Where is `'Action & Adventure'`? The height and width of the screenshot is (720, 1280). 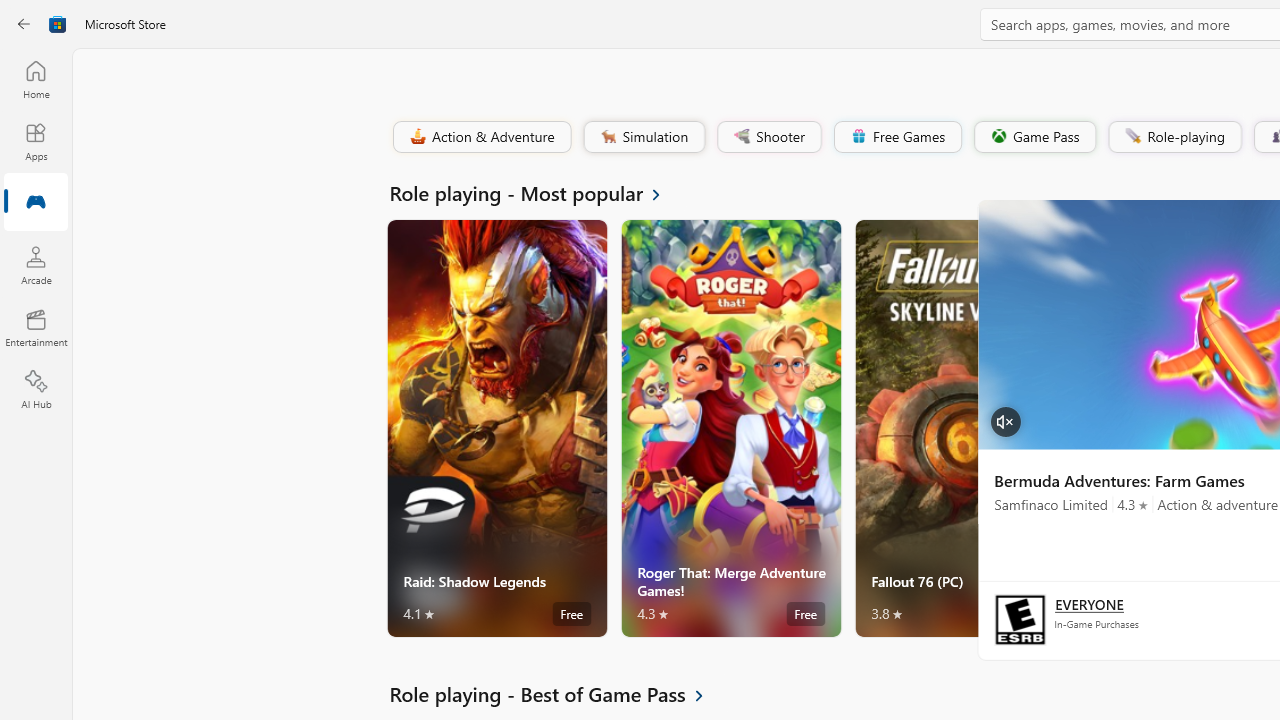
'Action & Adventure' is located at coordinates (480, 135).